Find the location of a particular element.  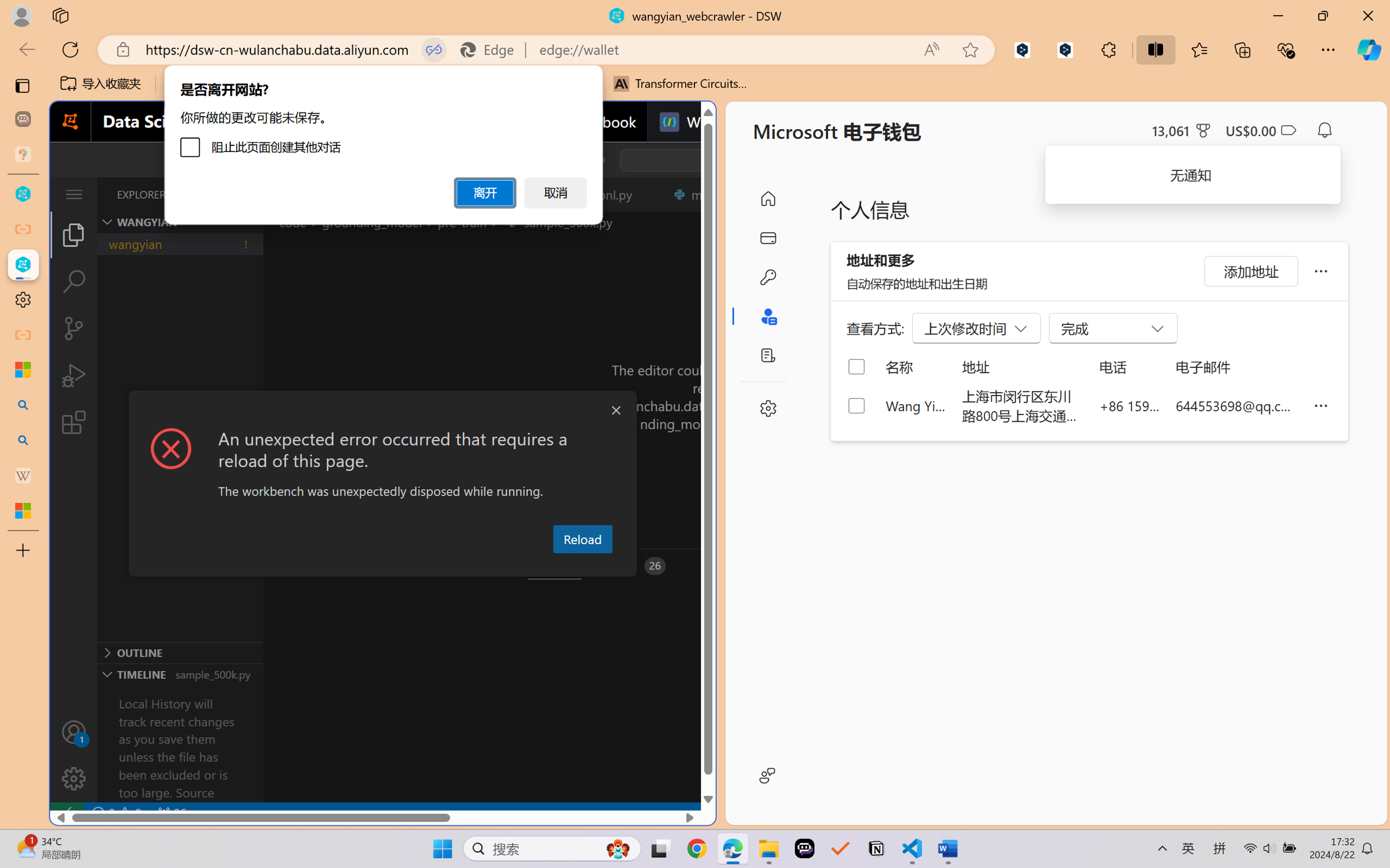

'Google Chrome' is located at coordinates (697, 848).